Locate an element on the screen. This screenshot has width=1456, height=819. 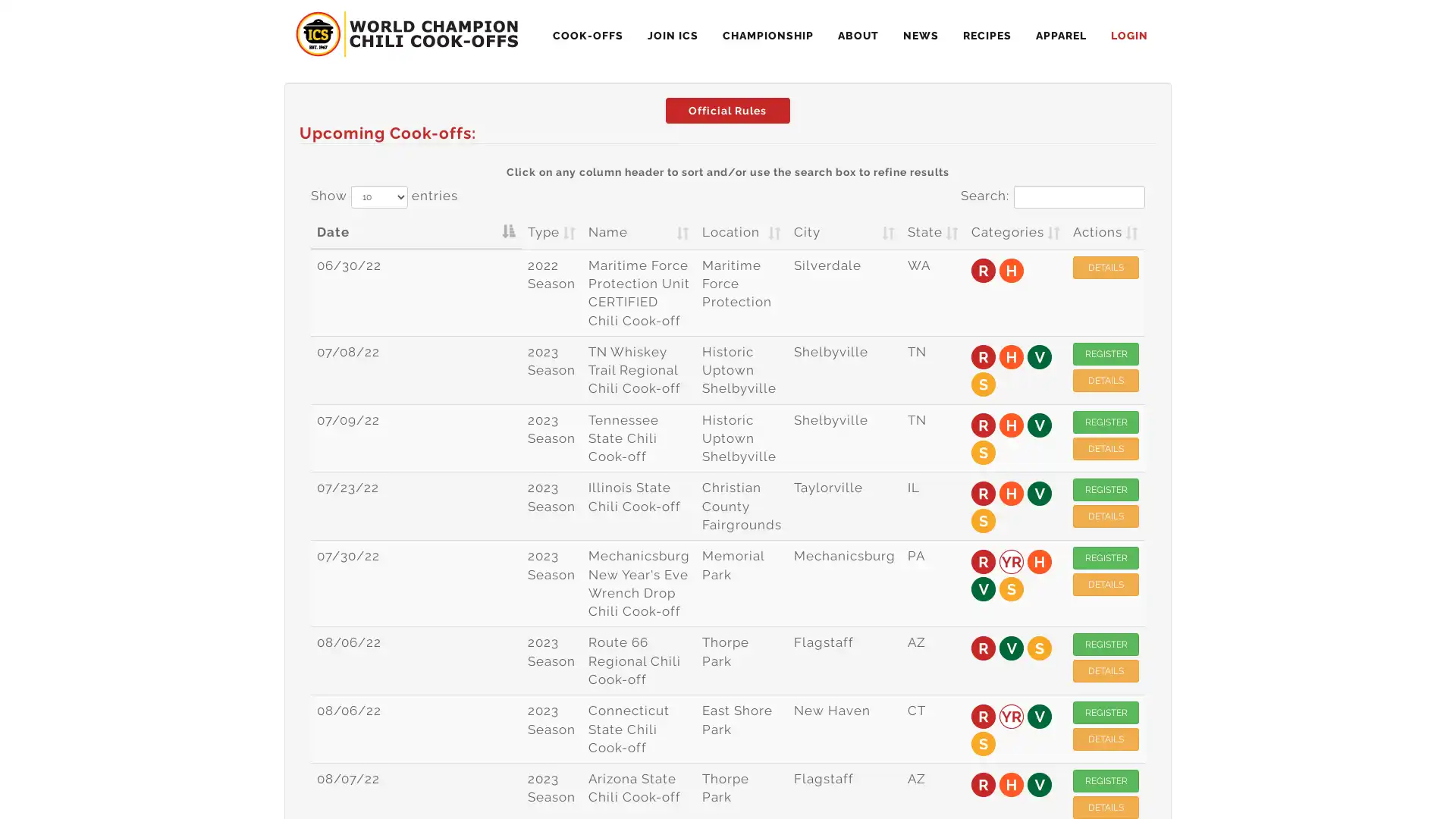
REGISTER is located at coordinates (1106, 558).